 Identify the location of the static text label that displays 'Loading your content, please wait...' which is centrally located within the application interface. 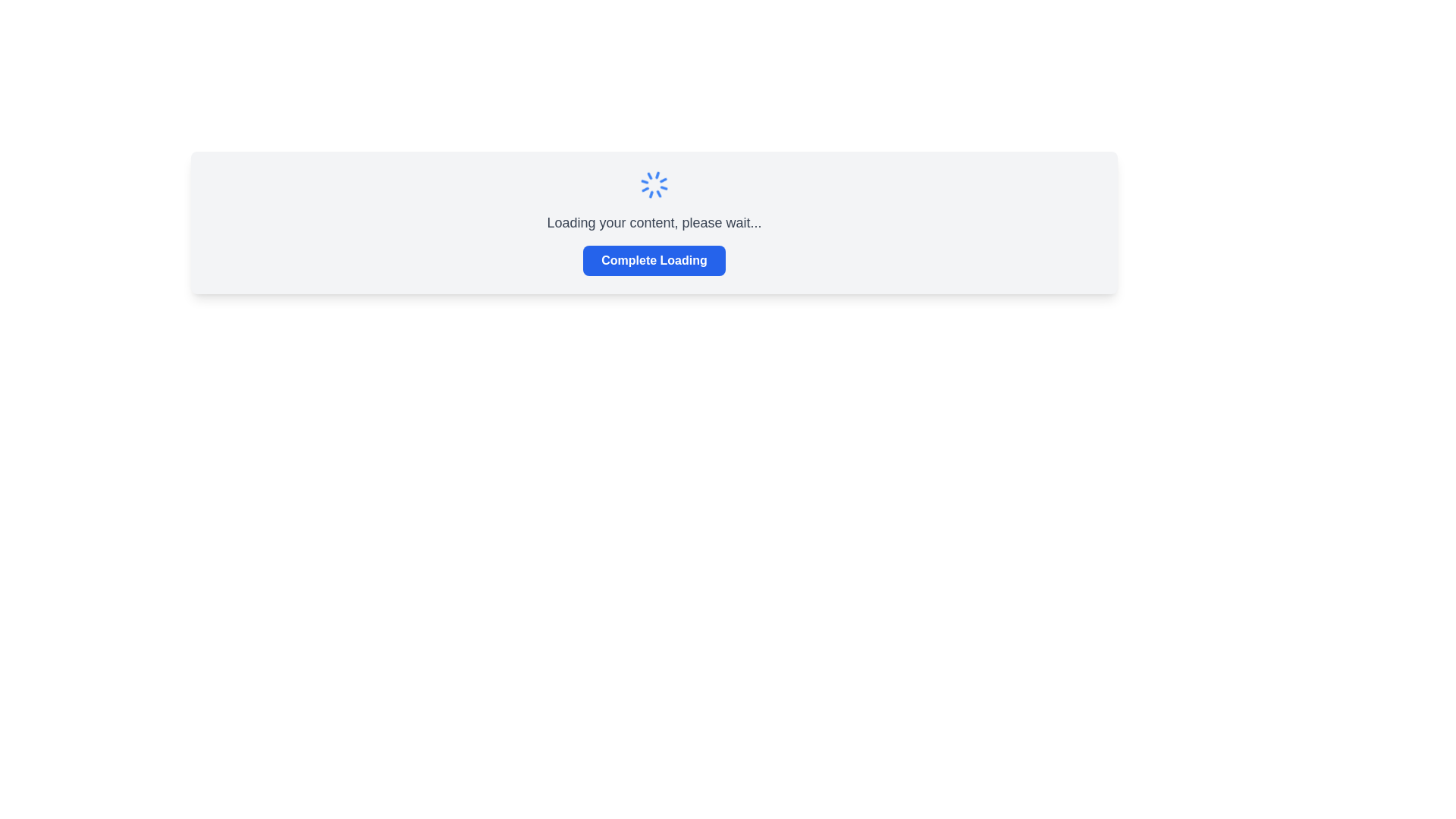
(654, 222).